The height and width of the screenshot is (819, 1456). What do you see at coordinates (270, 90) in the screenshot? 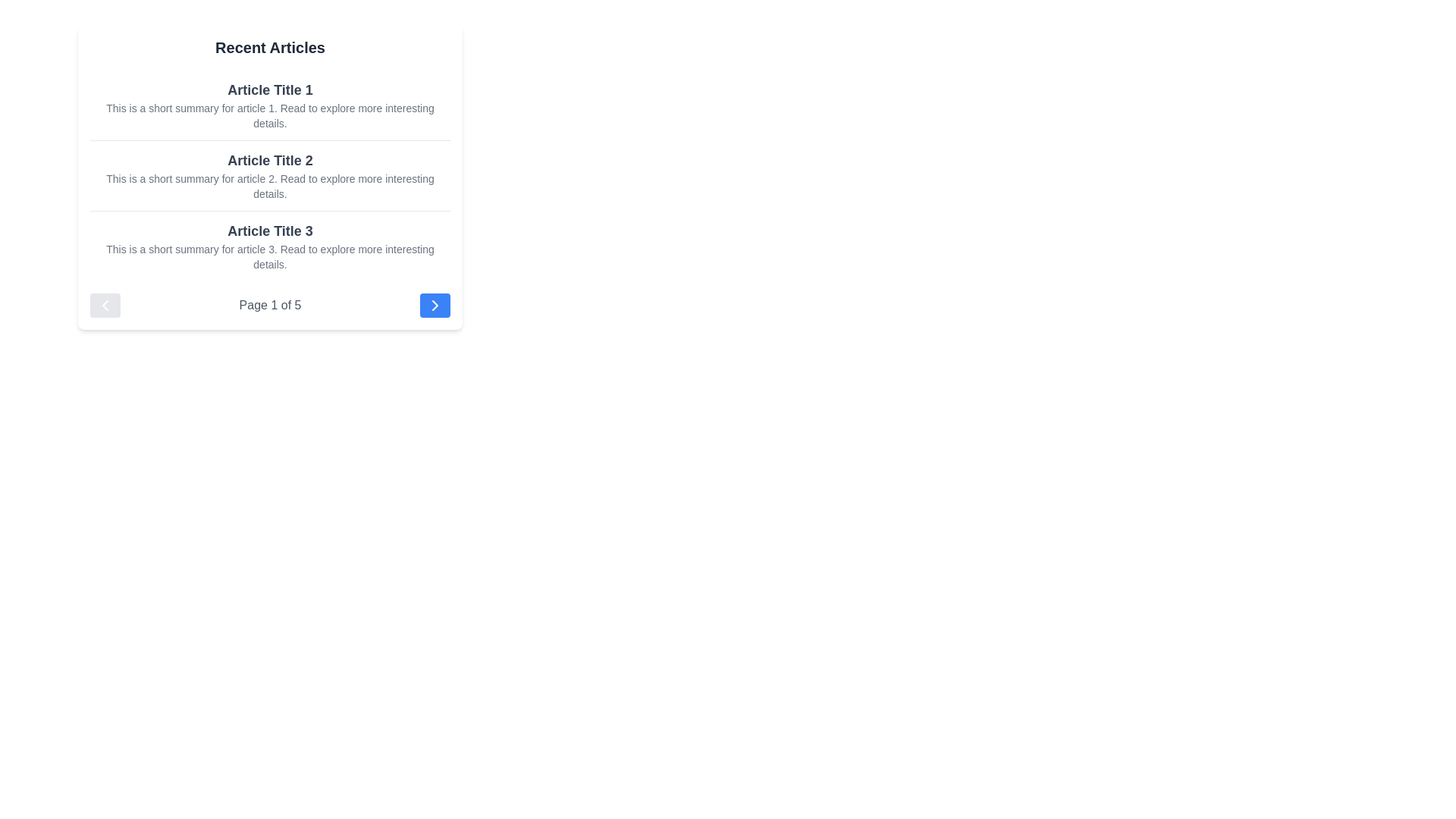
I see `the text label 'Article Title 1' which is bold and dark gray, positioned at the top of the article card layout` at bounding box center [270, 90].